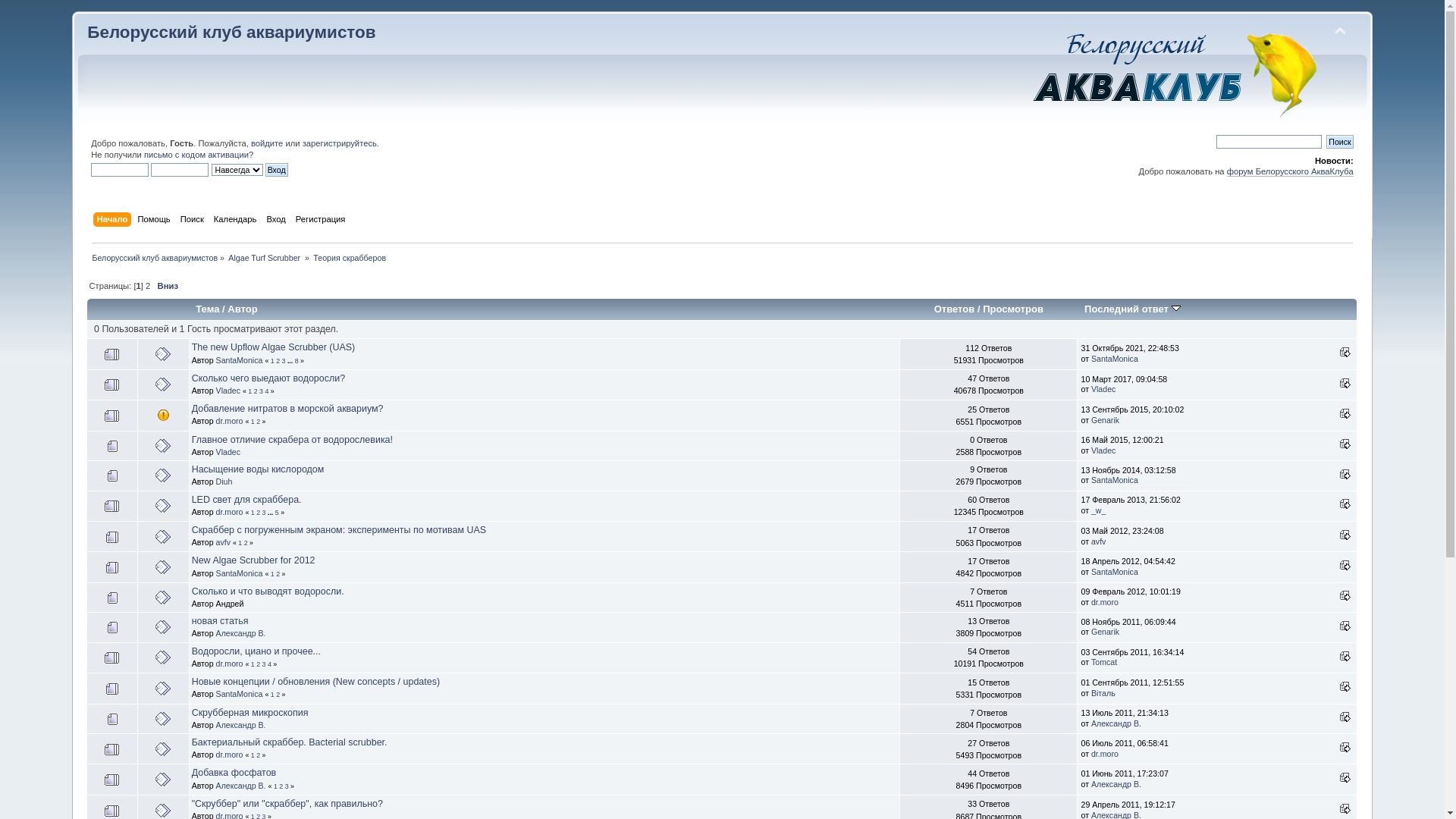  I want to click on '1', so click(275, 786).